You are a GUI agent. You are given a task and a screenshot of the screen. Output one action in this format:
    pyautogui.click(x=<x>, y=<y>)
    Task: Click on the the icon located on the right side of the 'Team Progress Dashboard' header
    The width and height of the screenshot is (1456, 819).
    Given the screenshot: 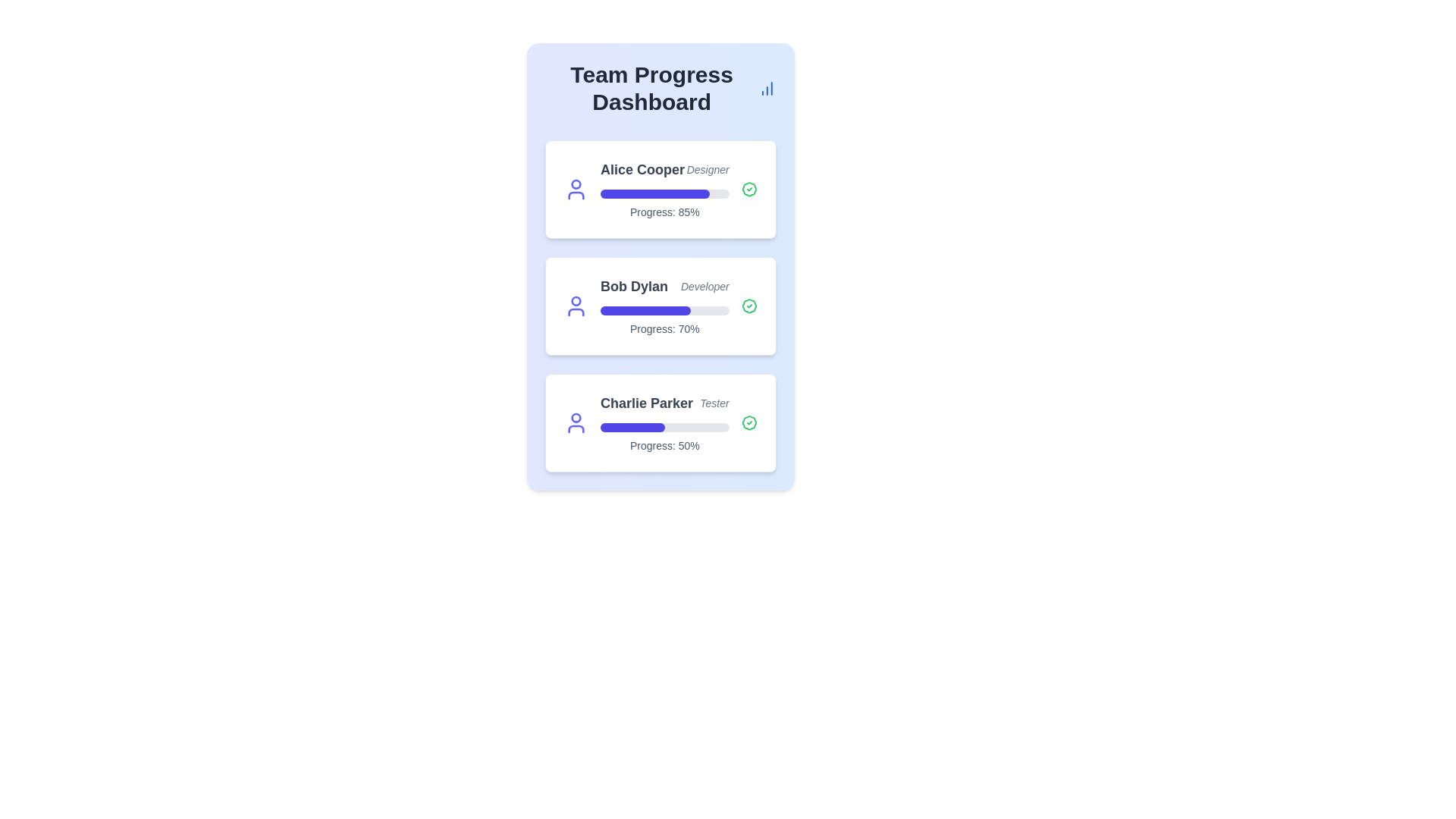 What is the action you would take?
    pyautogui.click(x=767, y=88)
    